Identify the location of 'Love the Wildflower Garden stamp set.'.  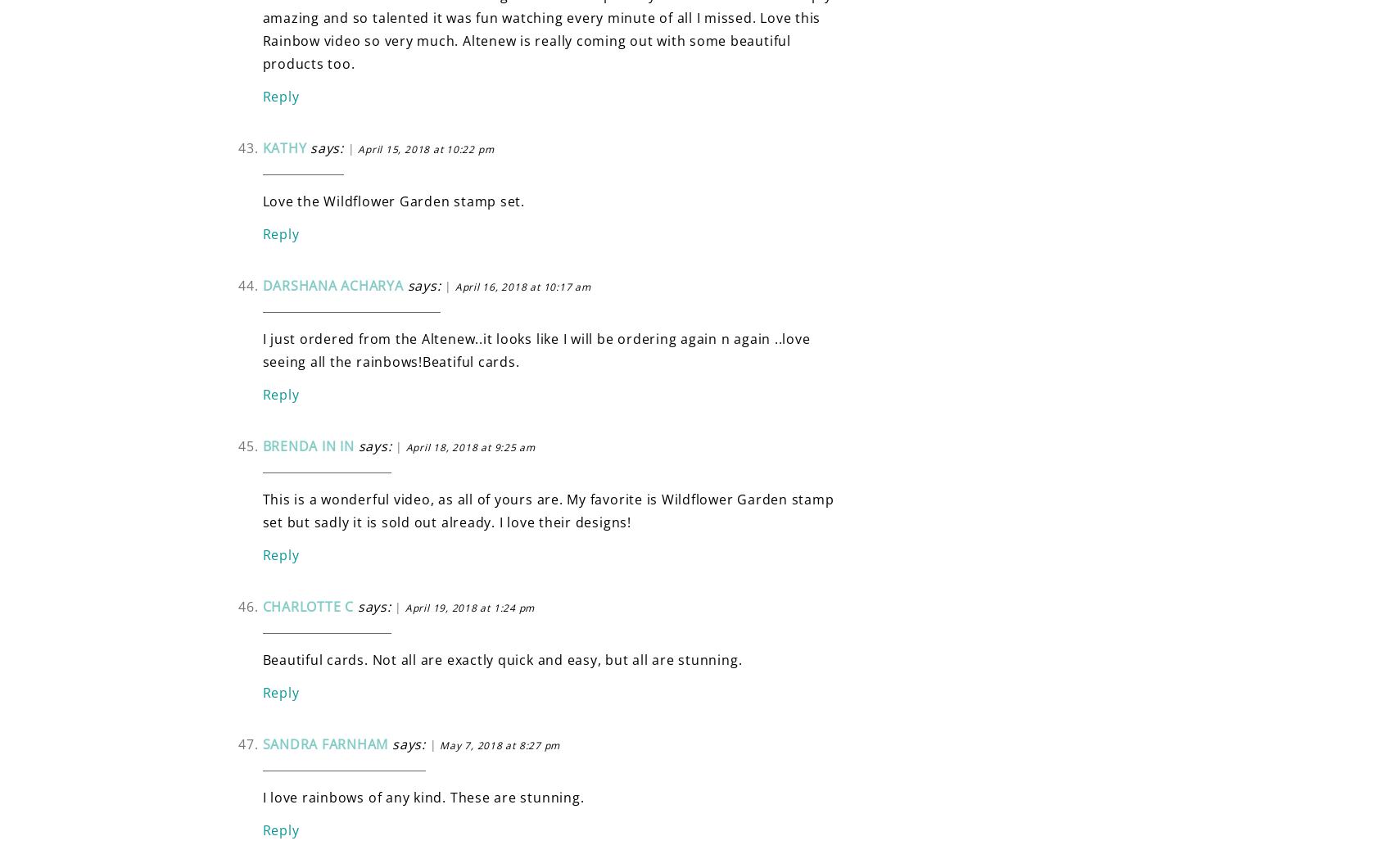
(392, 199).